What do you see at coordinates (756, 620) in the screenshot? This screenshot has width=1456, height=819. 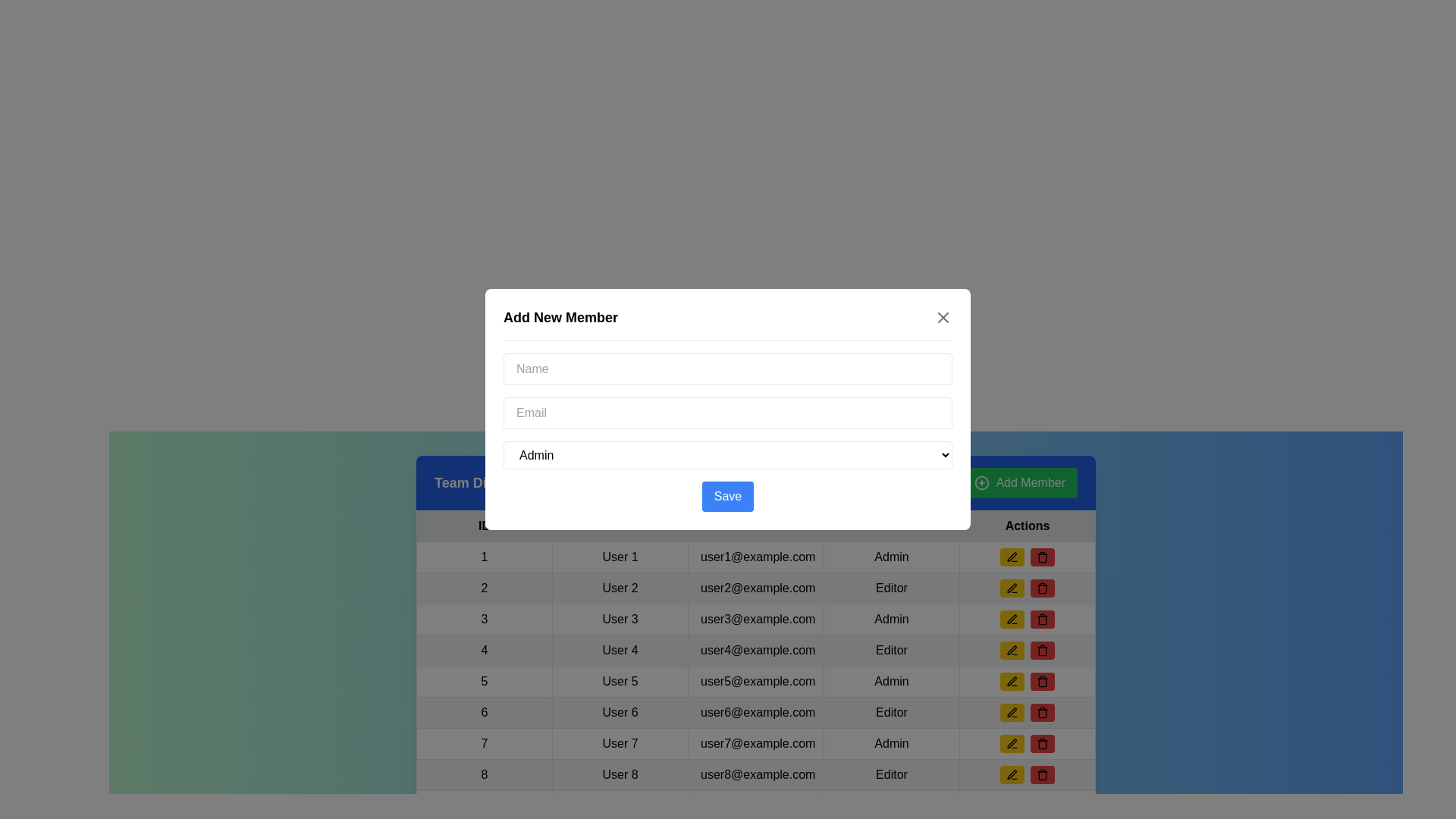 I see `the third row in the user details table` at bounding box center [756, 620].